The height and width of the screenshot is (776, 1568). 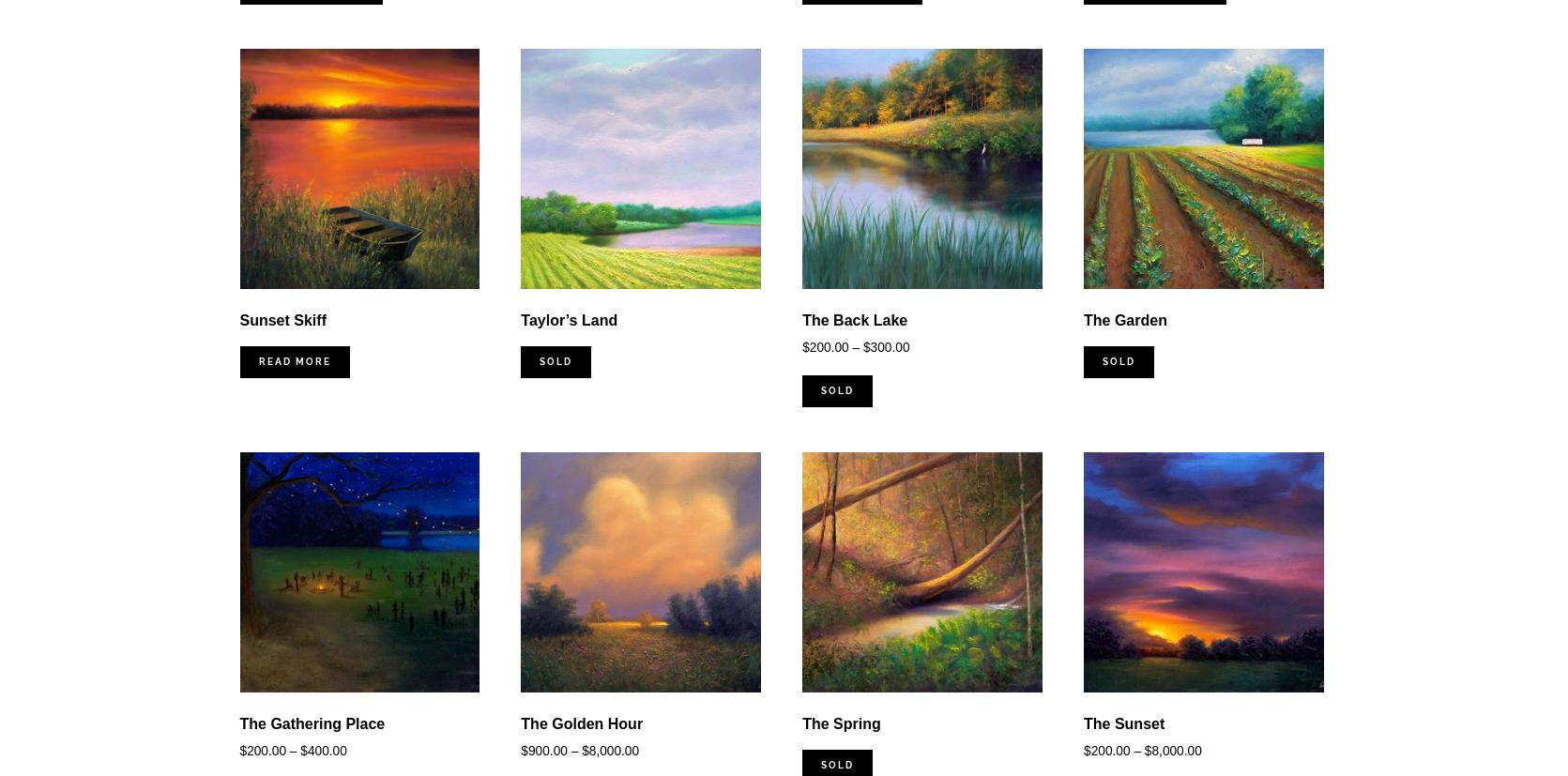 I want to click on 'The Garden', so click(x=1124, y=320).